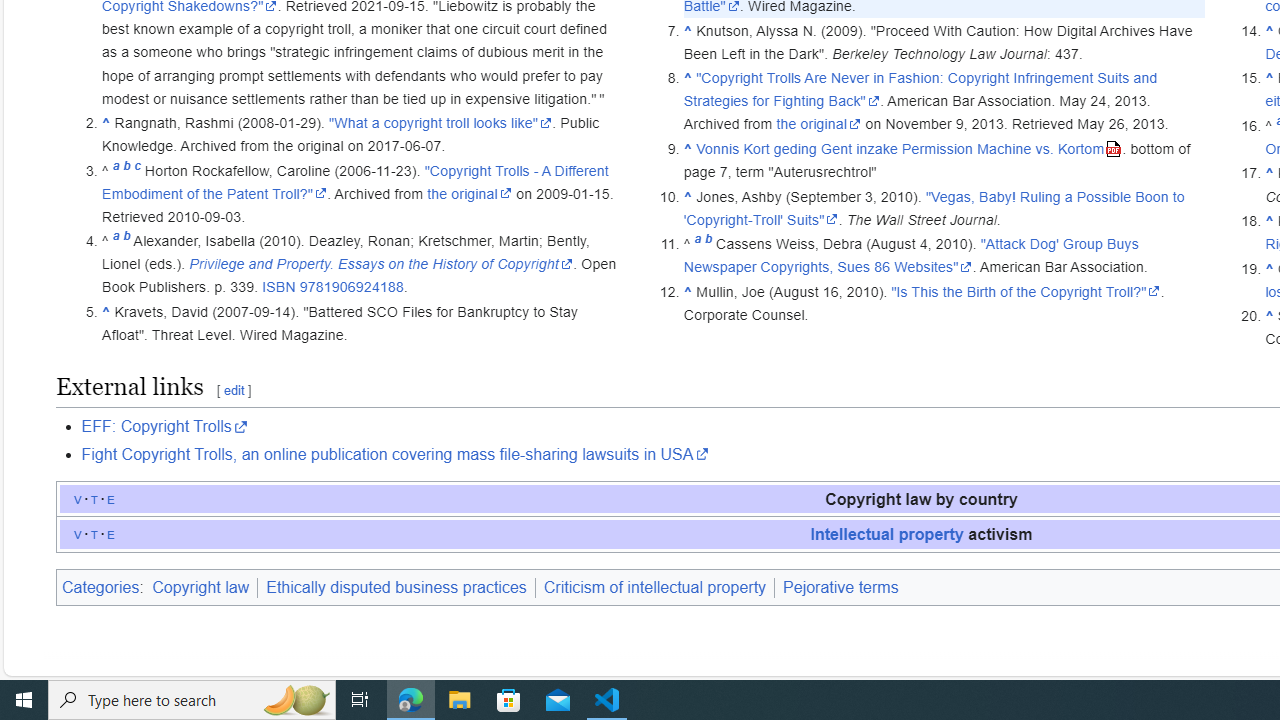  I want to click on 'Ethically disputed business practices', so click(396, 586).